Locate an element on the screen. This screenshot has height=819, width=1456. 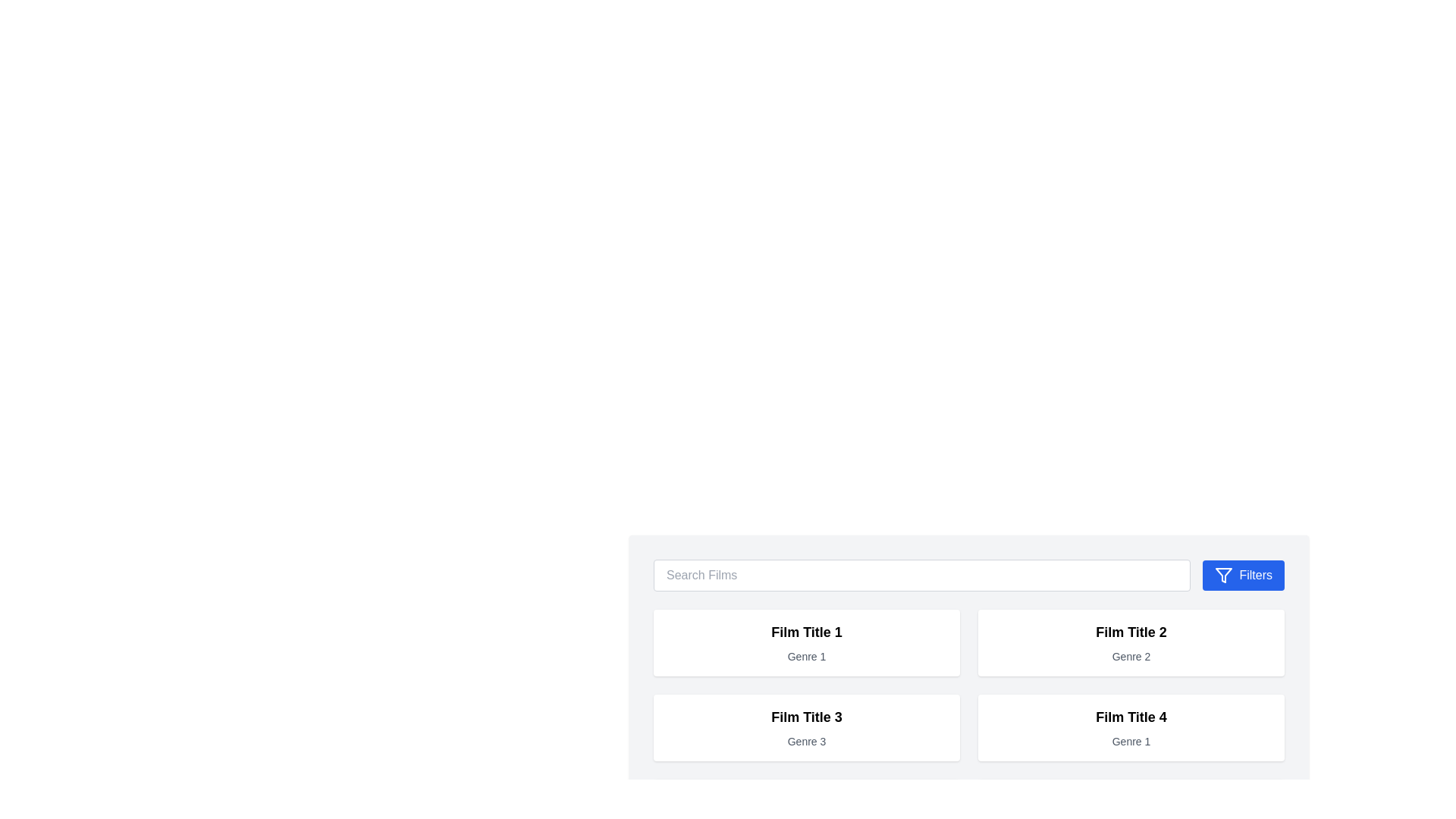
the Card element displaying 'Film Title 1' with a white background and subtle shadow effect, which is the first card in the grid layout is located at coordinates (806, 643).